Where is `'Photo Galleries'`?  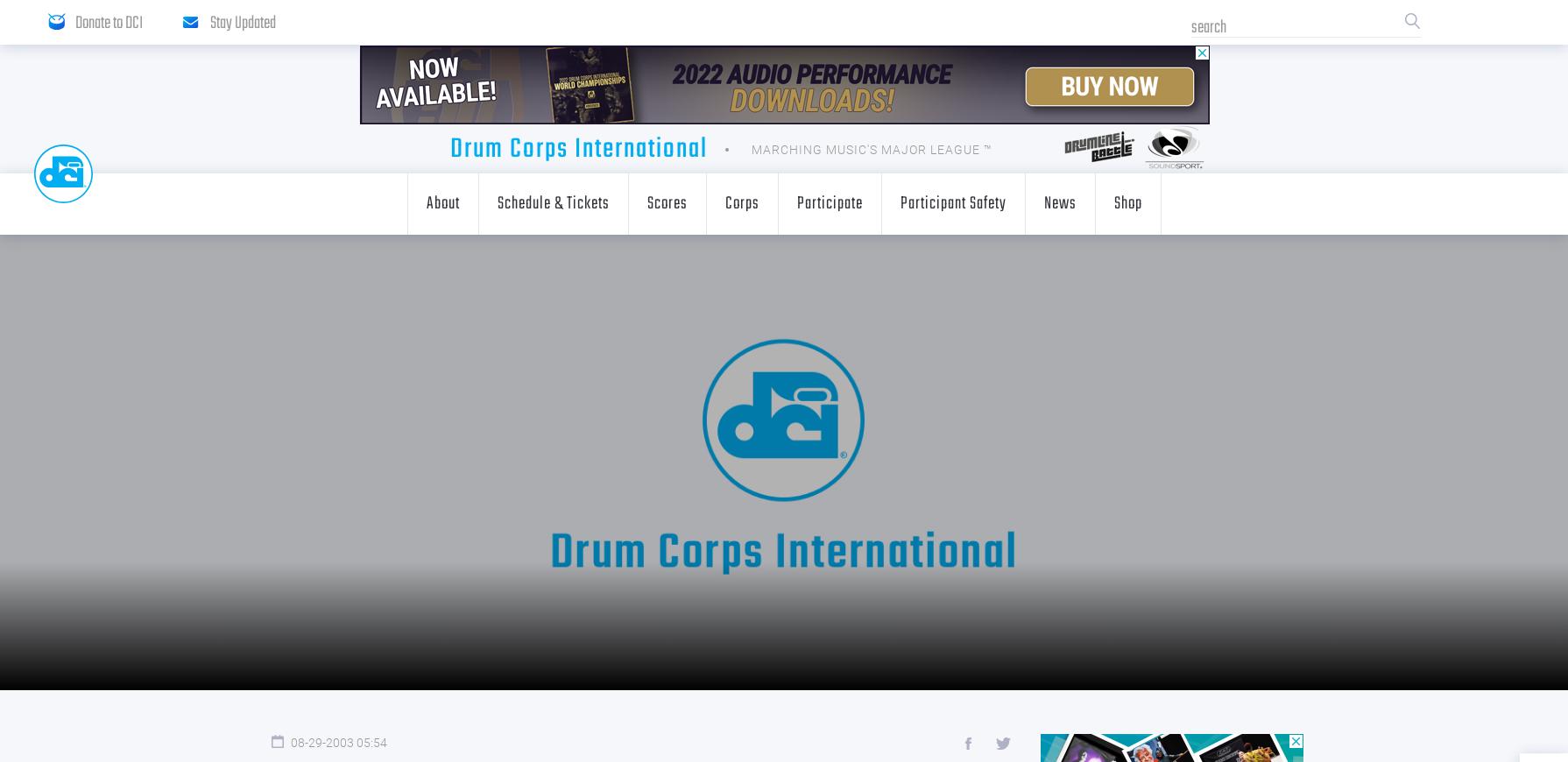
'Photo Galleries' is located at coordinates (673, 308).